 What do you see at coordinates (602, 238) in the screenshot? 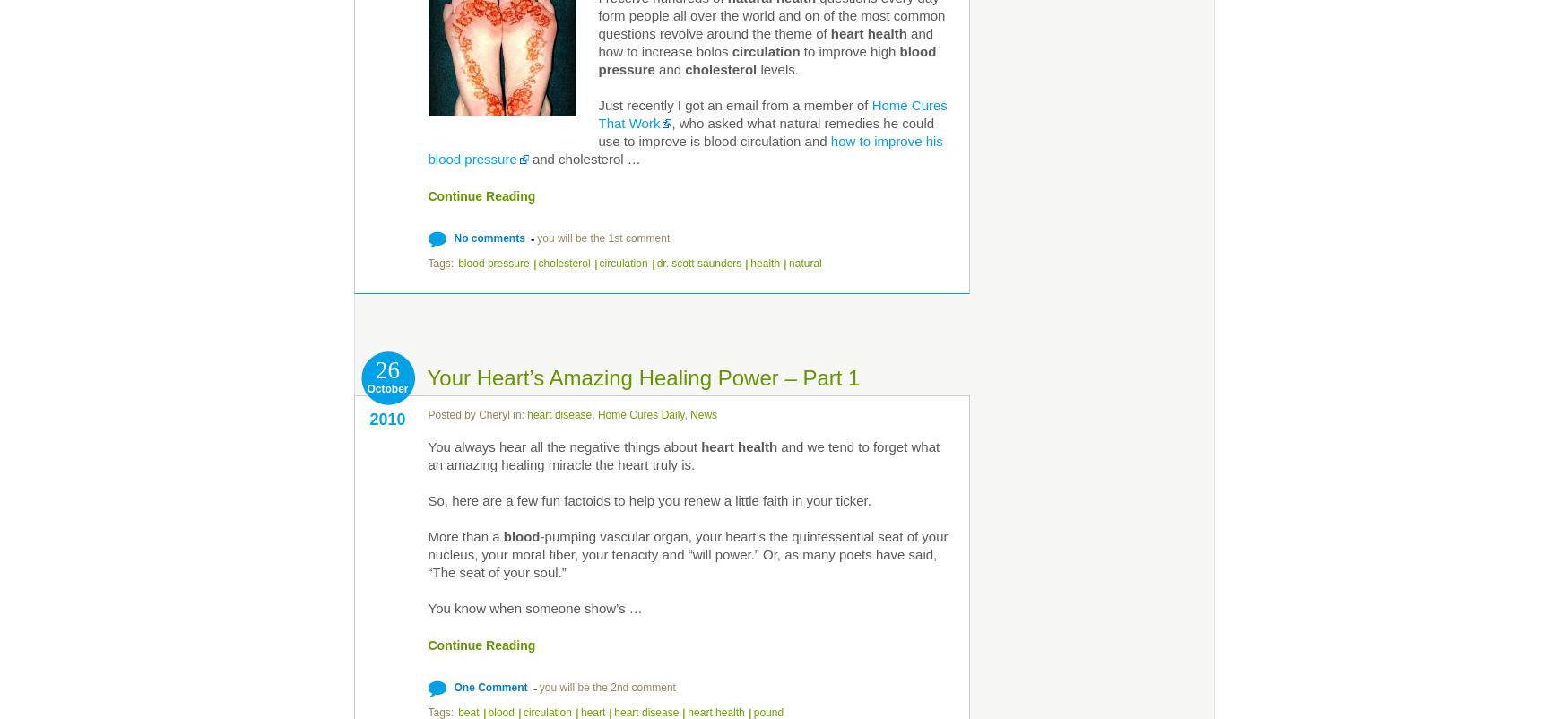
I see `'you will be the 1st comment'` at bounding box center [602, 238].